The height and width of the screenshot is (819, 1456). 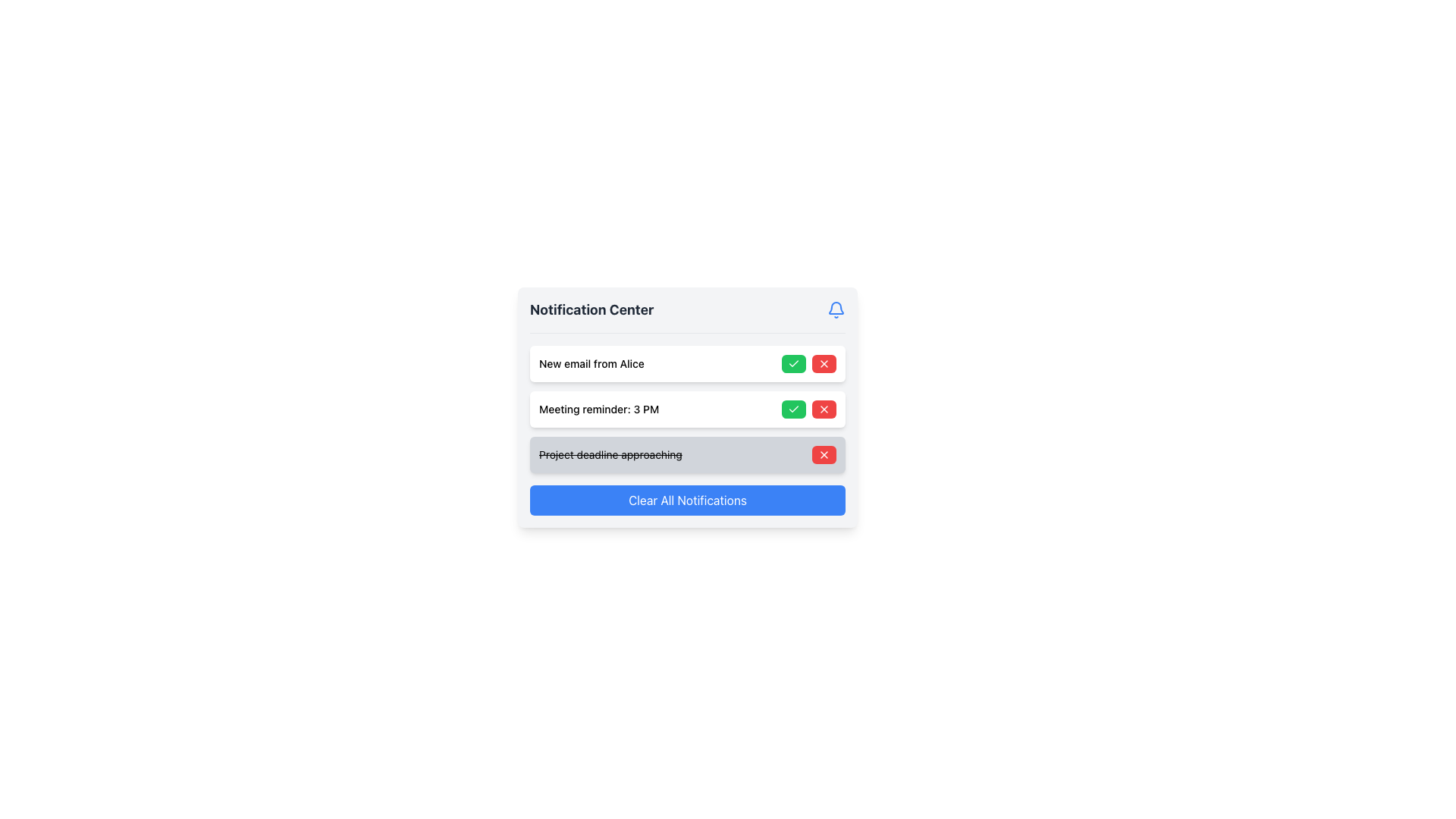 What do you see at coordinates (687, 500) in the screenshot?
I see `the 'Clear All Notifications' button, which is a rectangular button with a blue background and white text, located at the bottom of the notification panel` at bounding box center [687, 500].